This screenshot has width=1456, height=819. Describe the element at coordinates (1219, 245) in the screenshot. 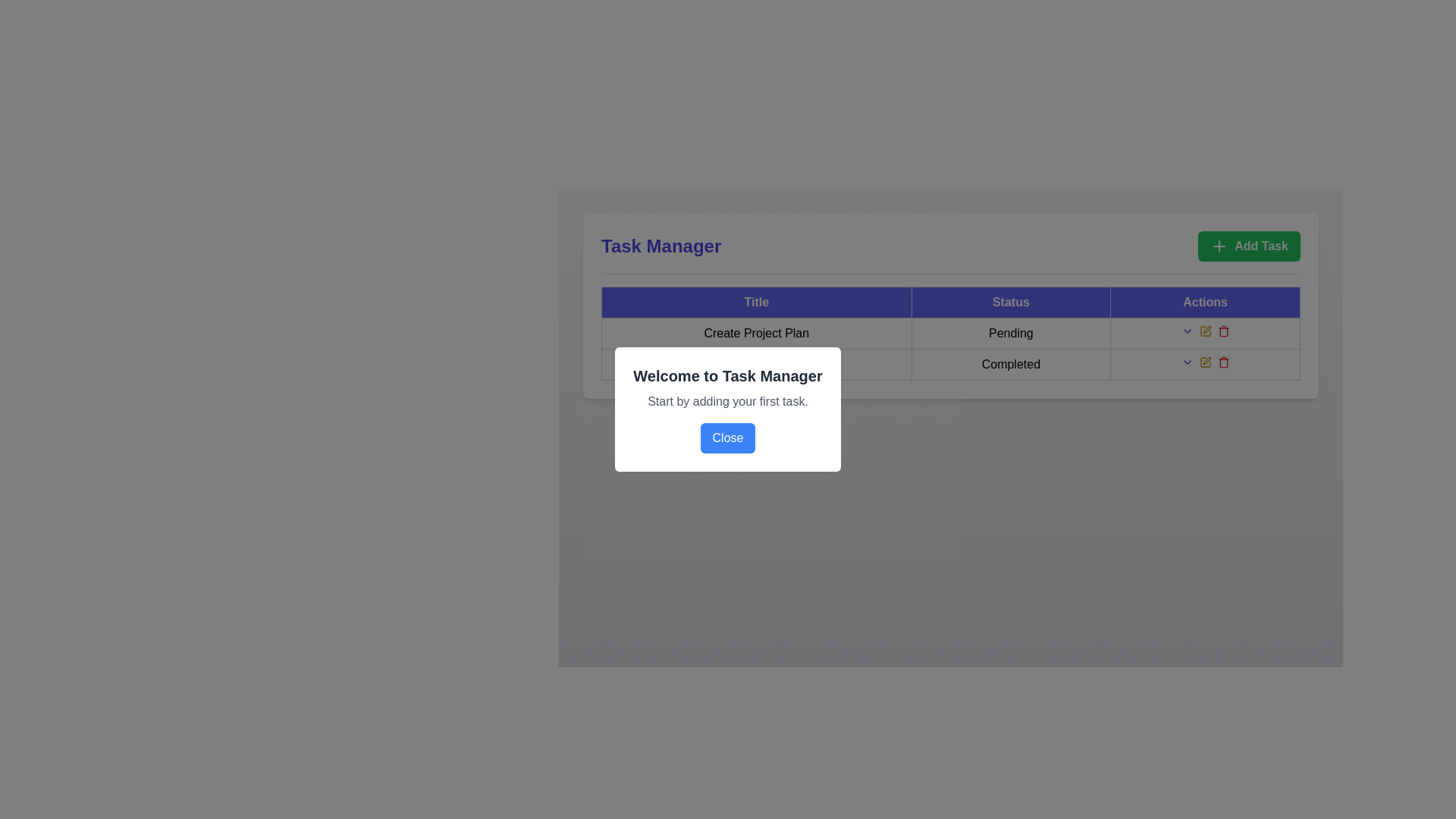

I see `the 'Add Task' icon located on the top right portion of the interface to indicate the functionality of adding a task` at that location.